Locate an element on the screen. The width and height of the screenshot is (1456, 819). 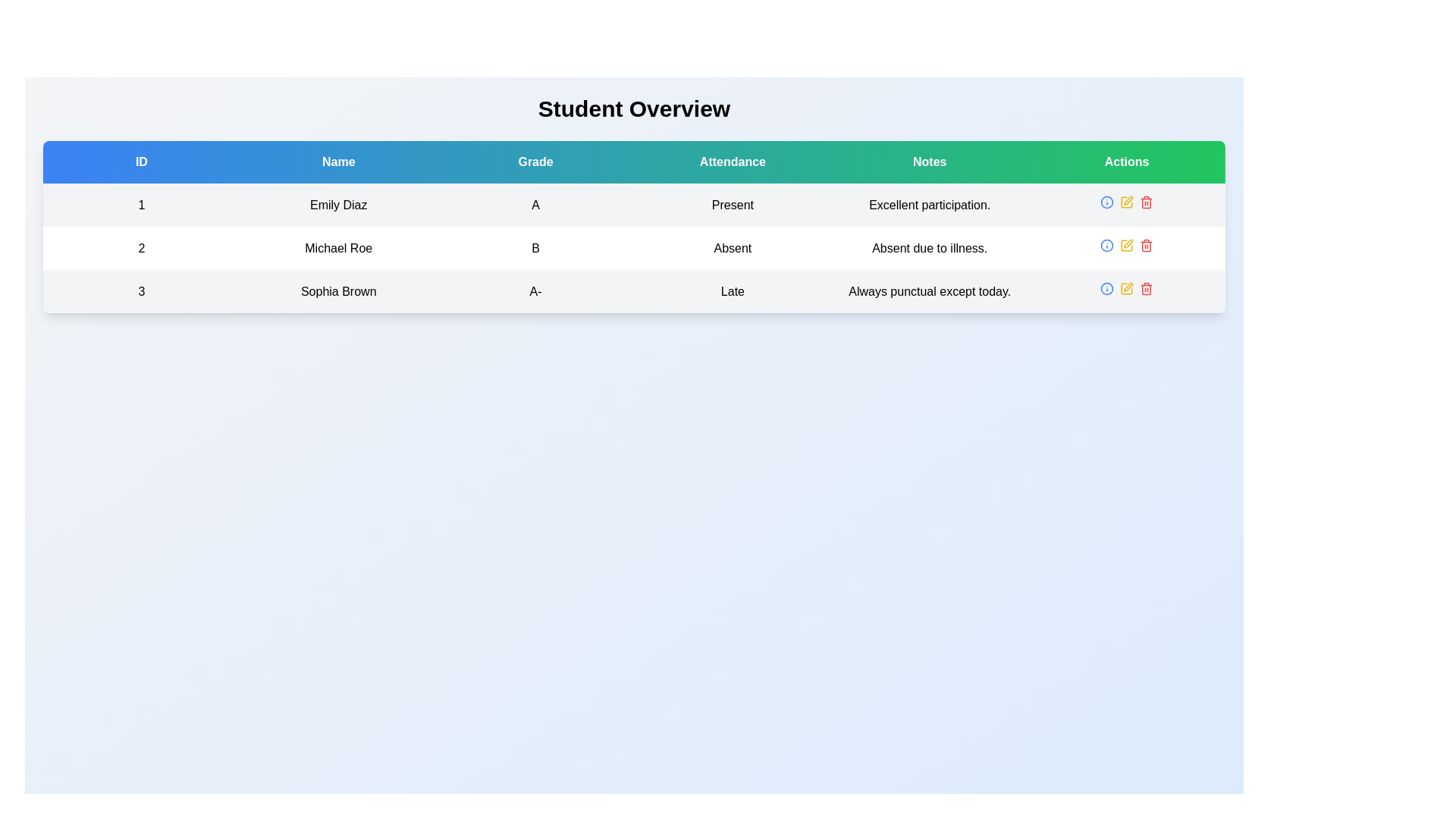
assistive technology is located at coordinates (634, 108).